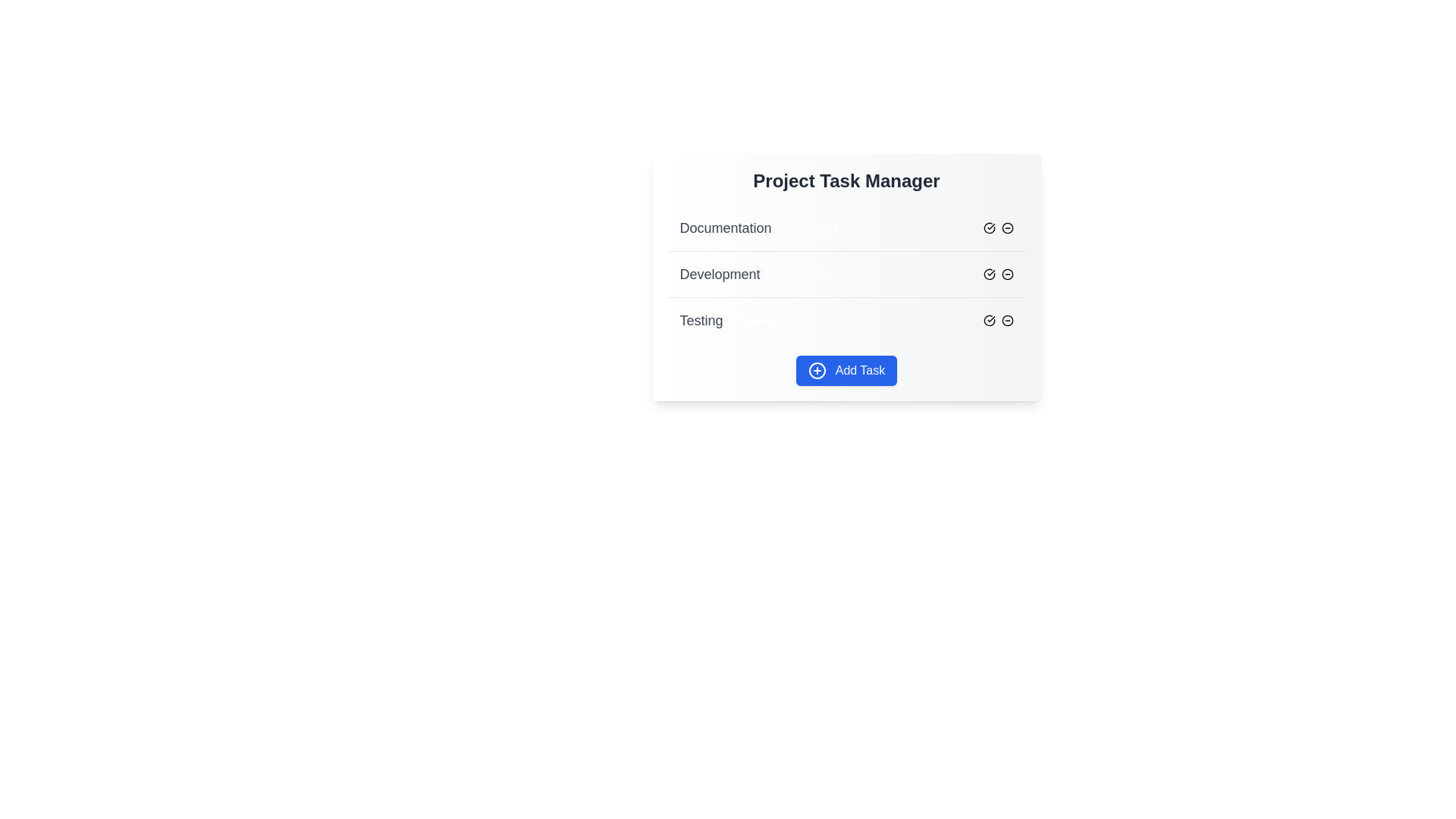  I want to click on the text label displaying the word 'Testing' which is styled in dark gray and is part of the task management interface, so click(701, 320).